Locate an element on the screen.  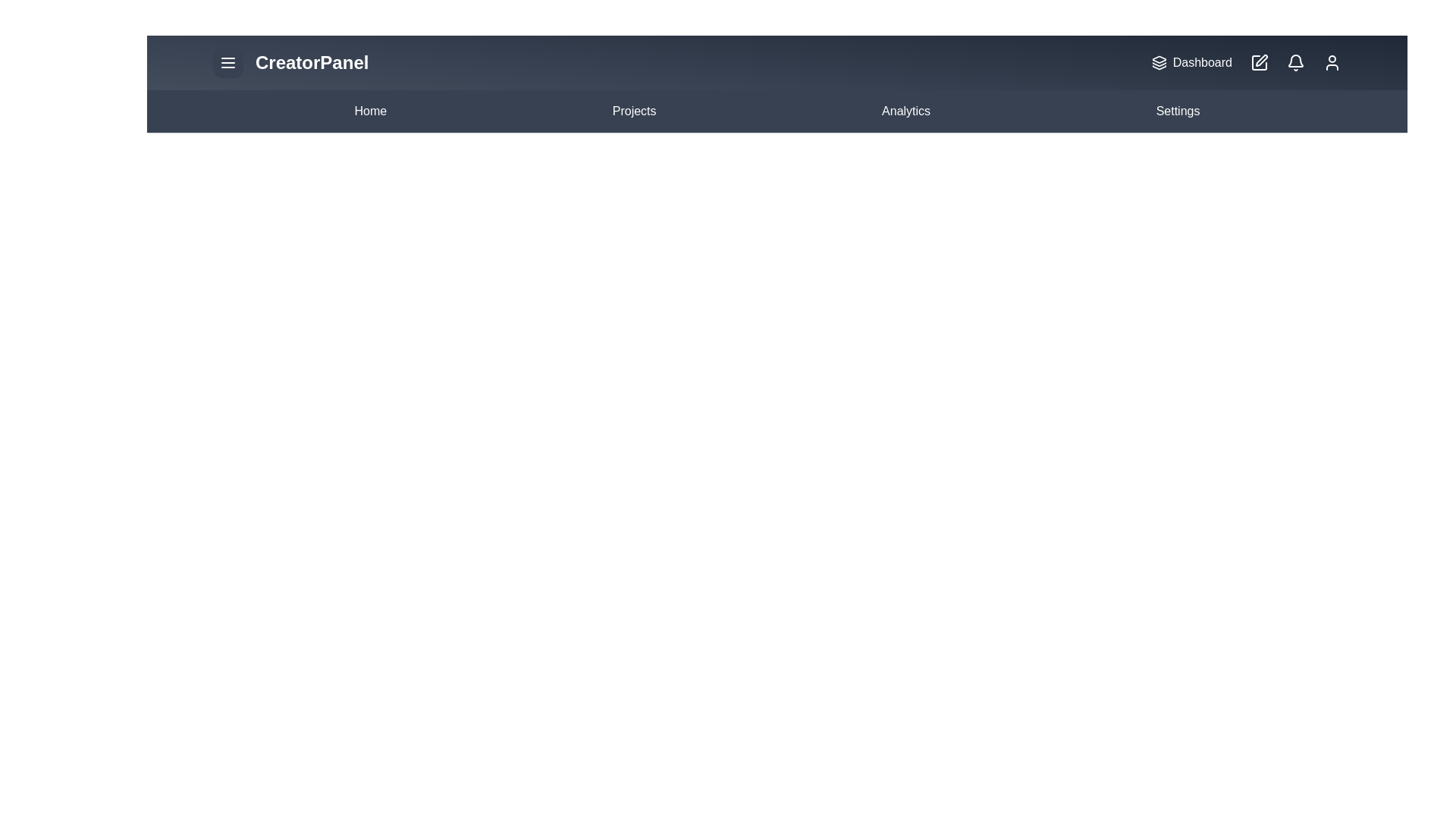
the 'Analytics' menu item to navigate to the Analytics page is located at coordinates (906, 110).